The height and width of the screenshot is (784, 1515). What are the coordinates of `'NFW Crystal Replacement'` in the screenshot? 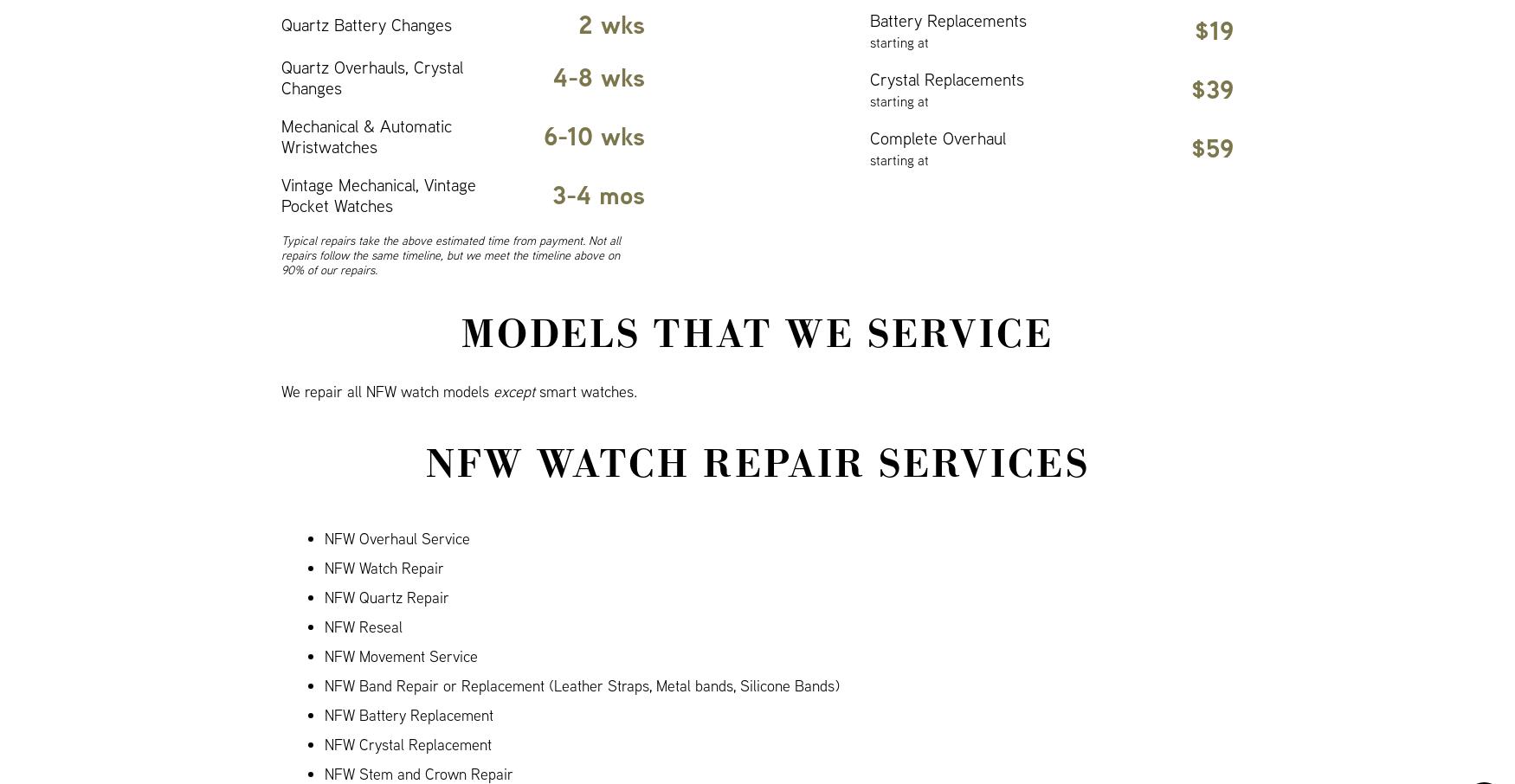 It's located at (408, 743).